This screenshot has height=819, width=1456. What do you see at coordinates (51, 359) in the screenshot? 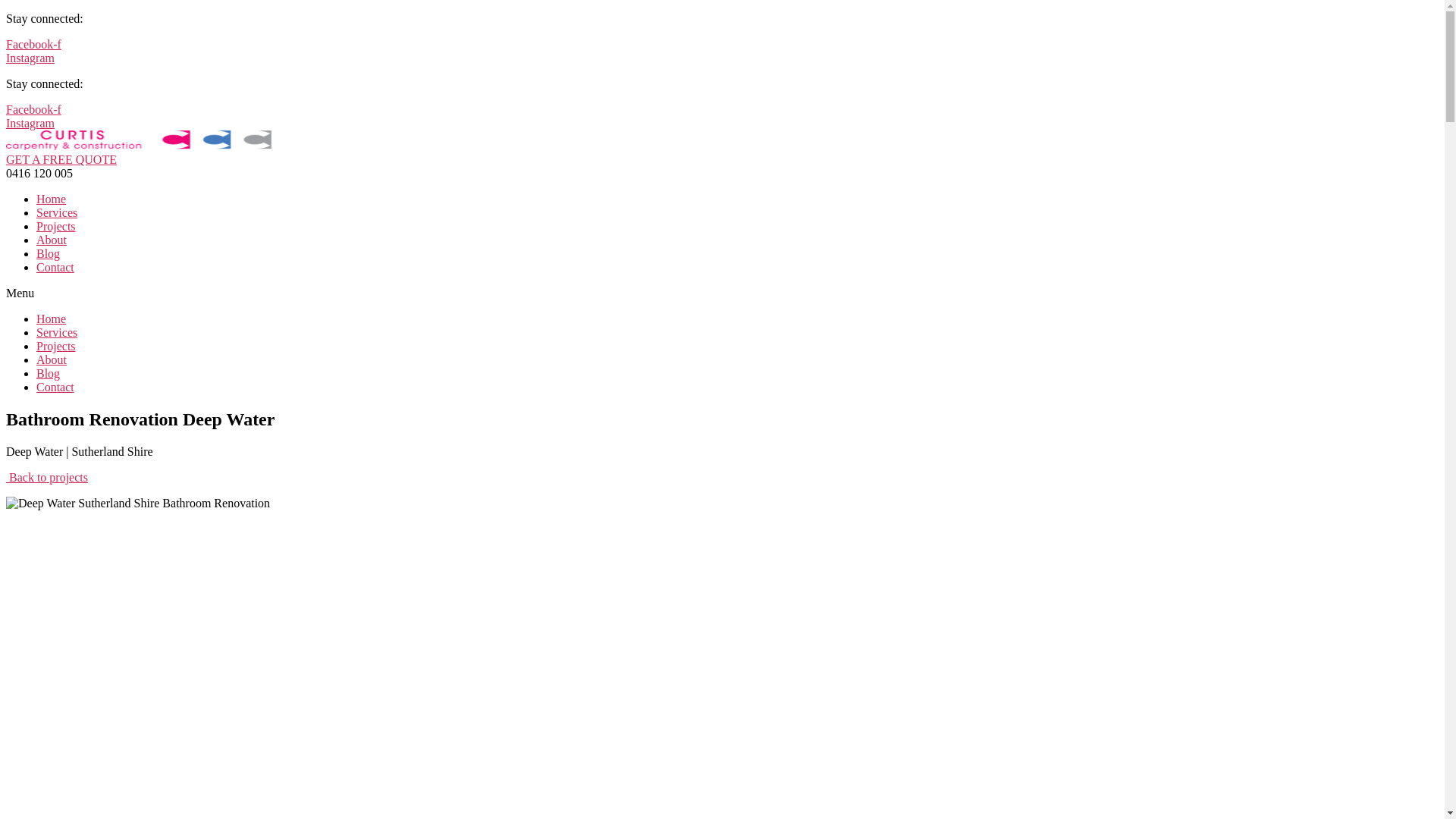
I see `'About'` at bounding box center [51, 359].